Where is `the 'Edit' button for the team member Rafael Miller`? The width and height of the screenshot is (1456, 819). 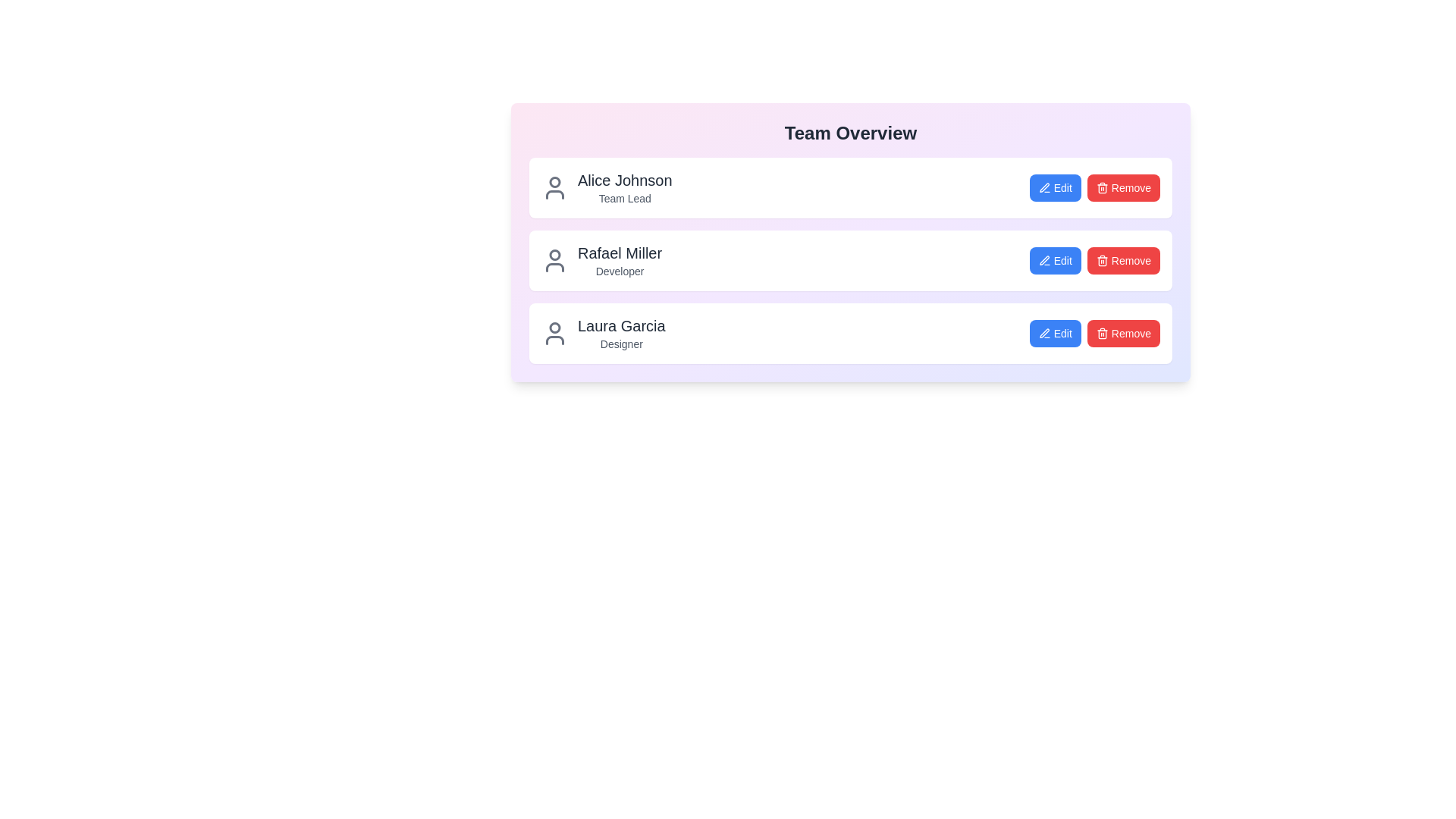 the 'Edit' button for the team member Rafael Miller is located at coordinates (1054, 259).